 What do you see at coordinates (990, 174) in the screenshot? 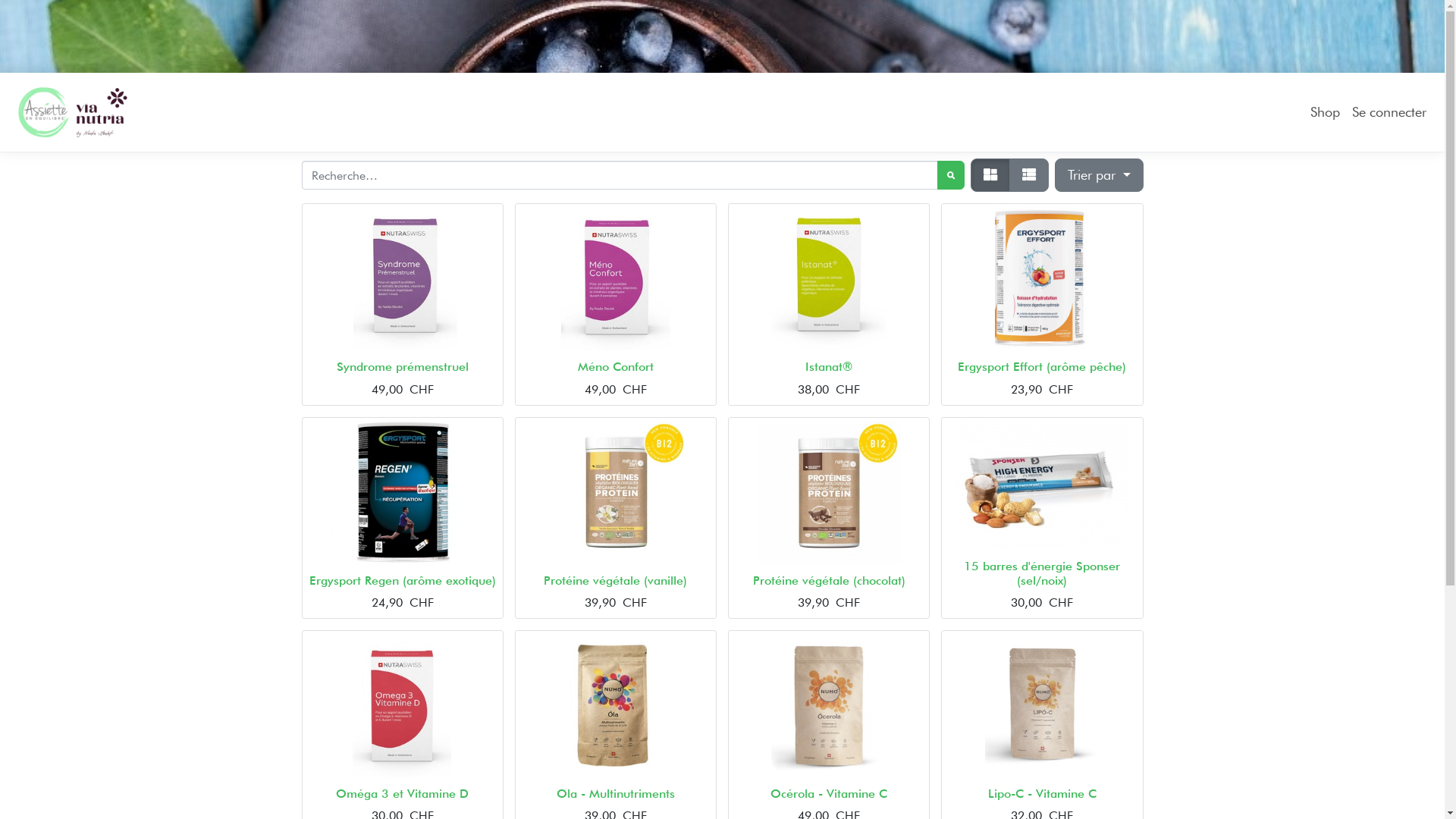
I see `'Tarifs'` at bounding box center [990, 174].